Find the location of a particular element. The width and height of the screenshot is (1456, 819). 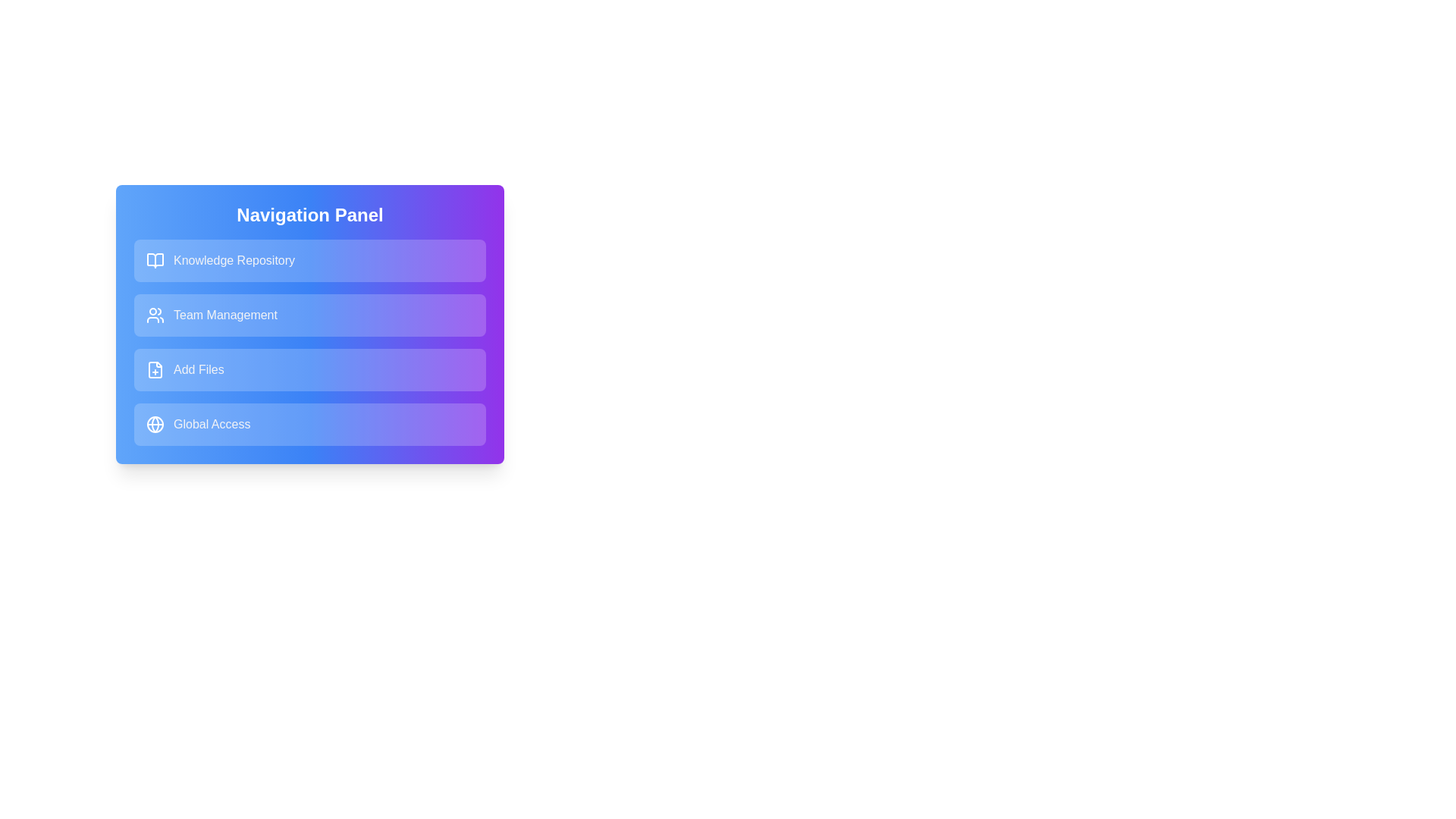

the navigation item labeled 'Knowledge Repository' is located at coordinates (309, 259).